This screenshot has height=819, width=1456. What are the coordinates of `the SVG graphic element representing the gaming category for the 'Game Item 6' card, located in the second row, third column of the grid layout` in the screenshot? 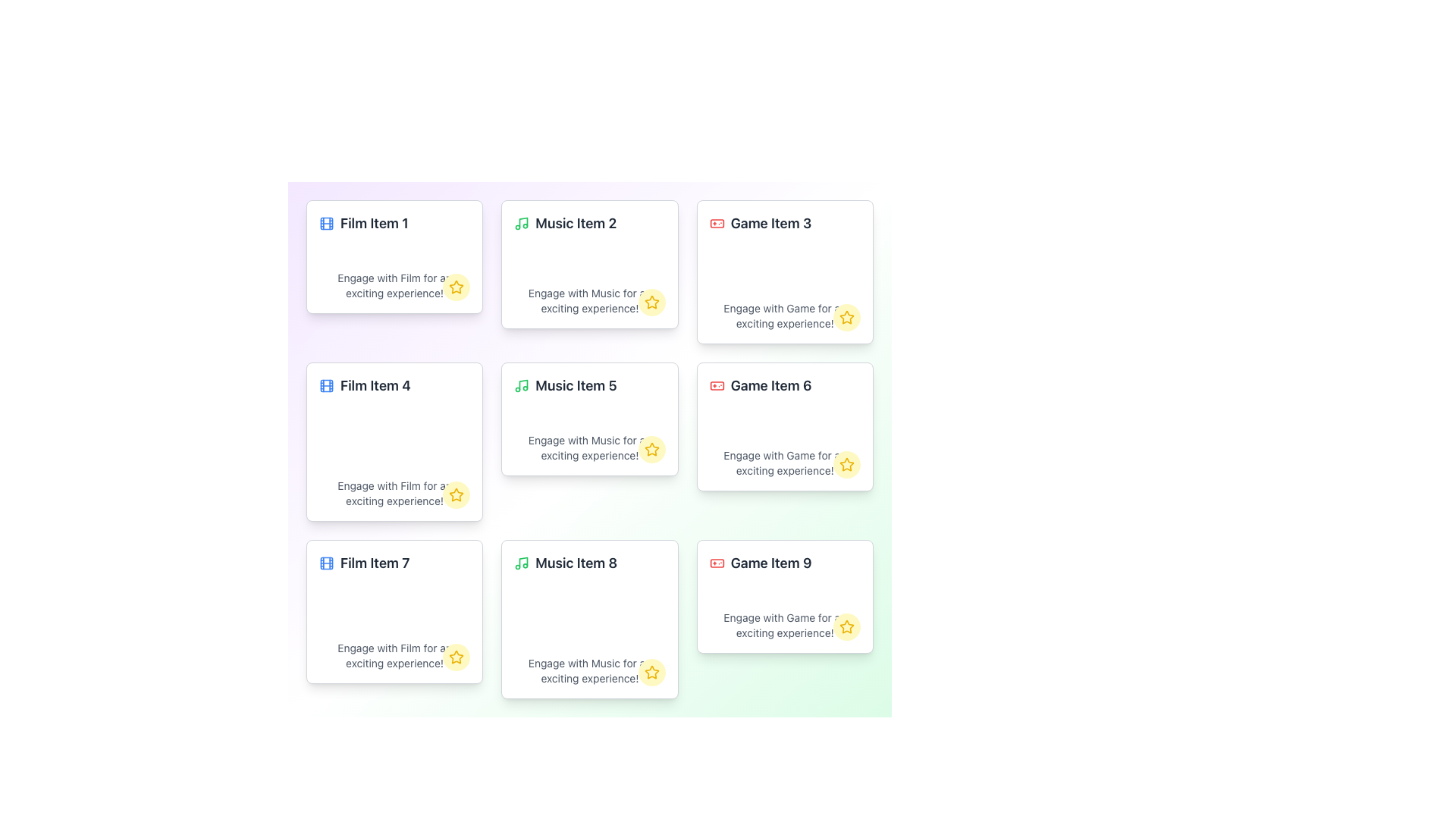 It's located at (716, 385).